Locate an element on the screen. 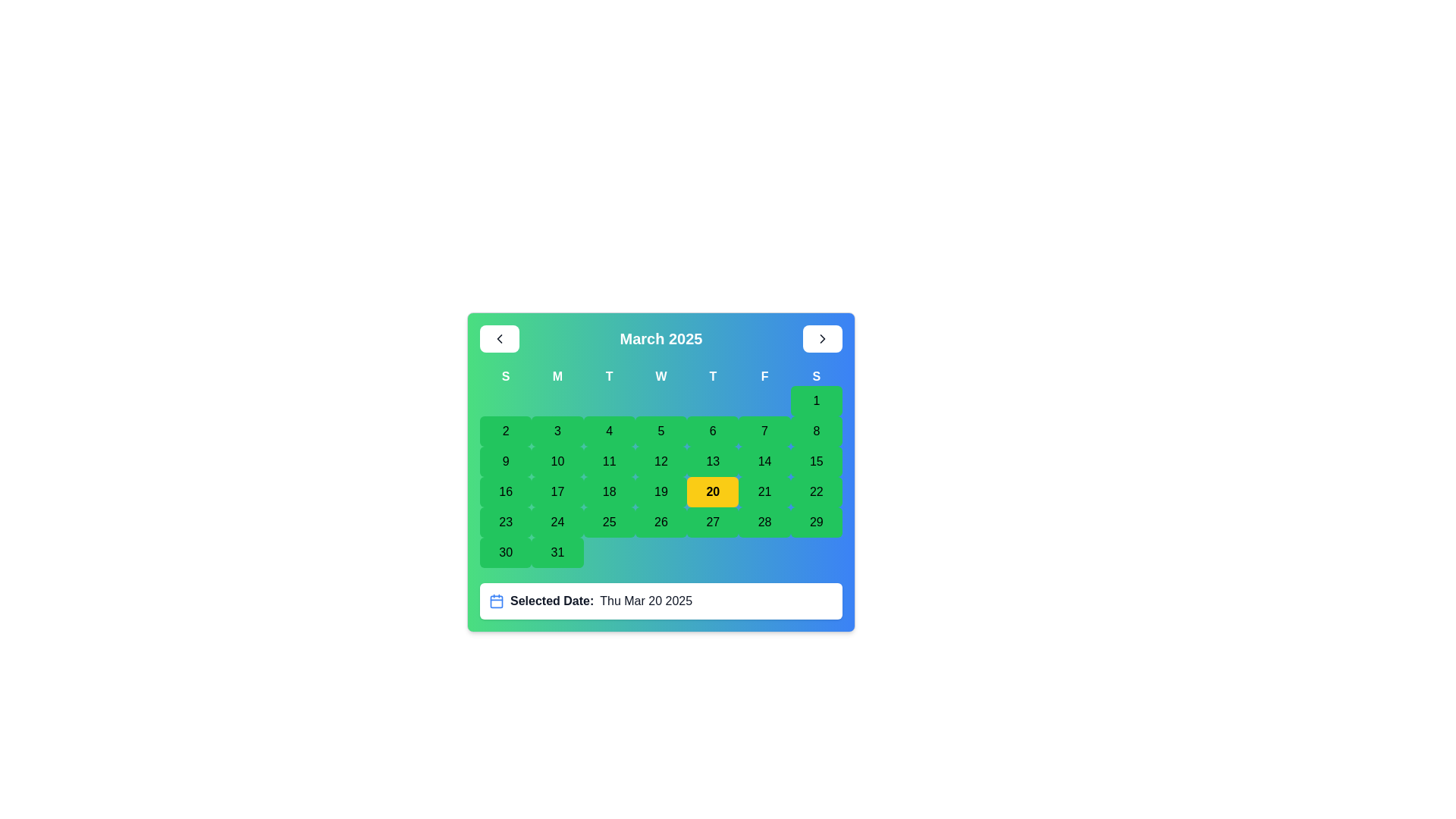  the button representing the 2nd day of the month in the calendar interface is located at coordinates (506, 431).